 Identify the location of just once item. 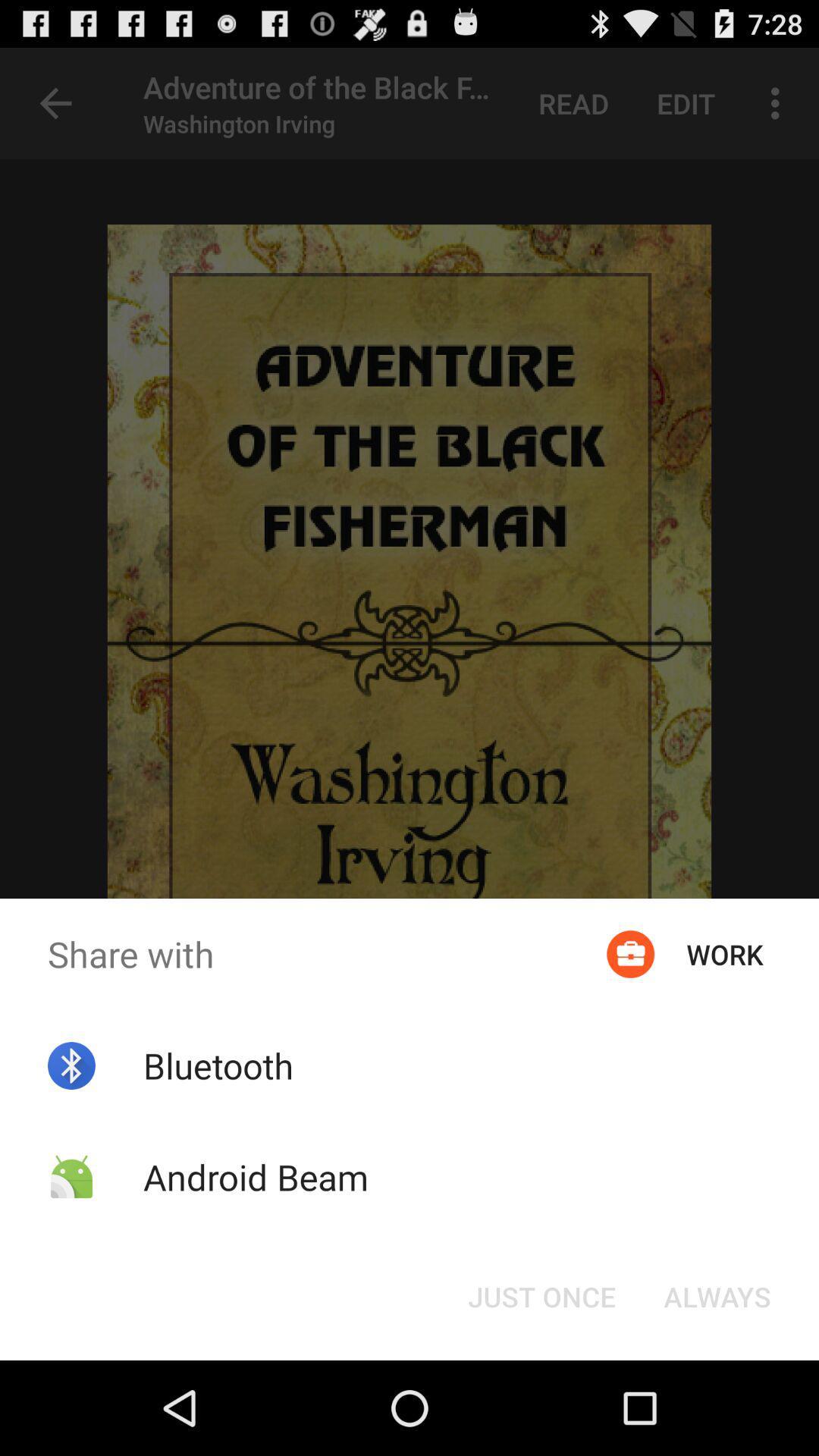
(541, 1295).